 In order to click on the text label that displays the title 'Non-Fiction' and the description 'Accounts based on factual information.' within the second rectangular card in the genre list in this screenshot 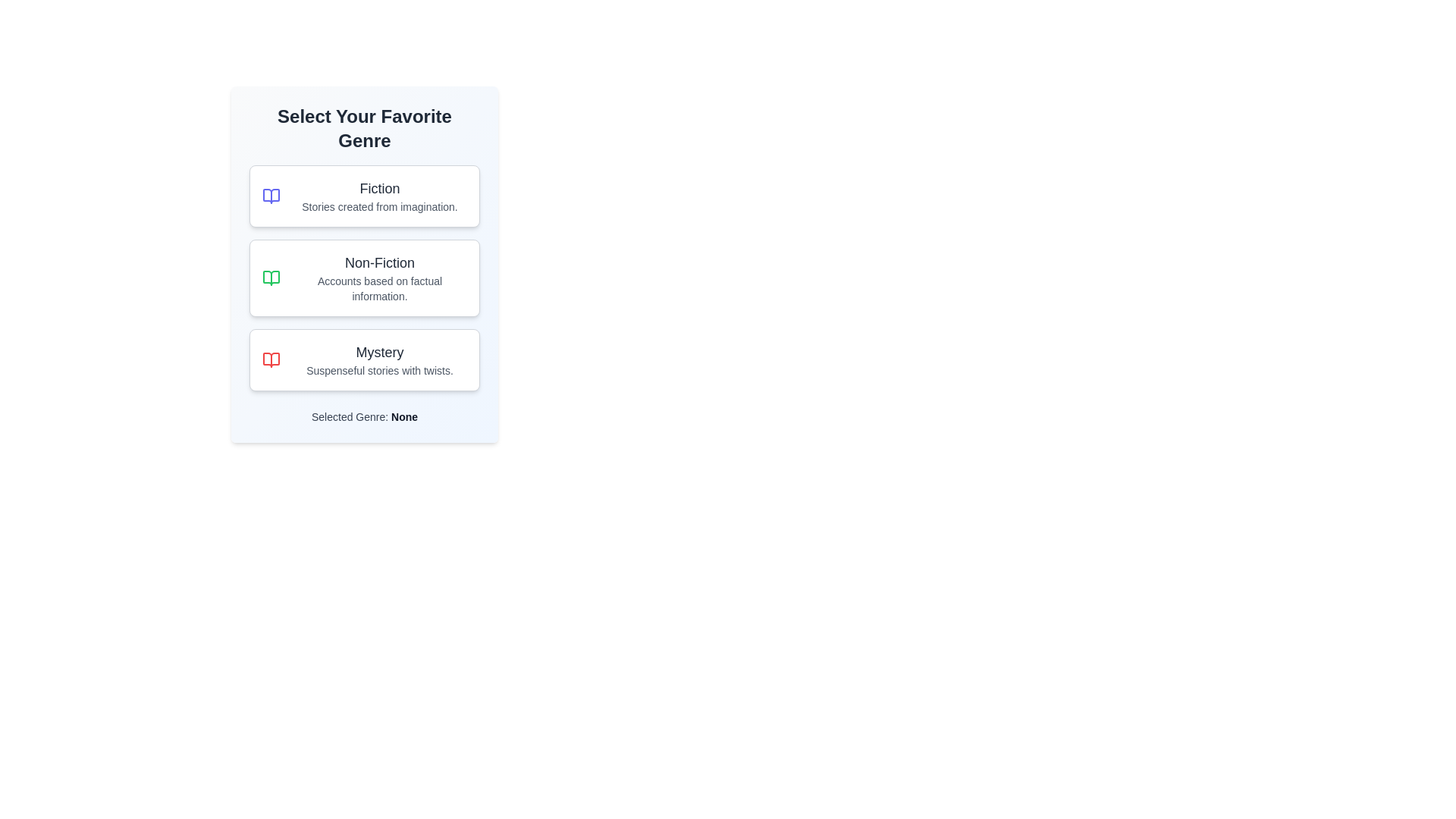, I will do `click(379, 278)`.